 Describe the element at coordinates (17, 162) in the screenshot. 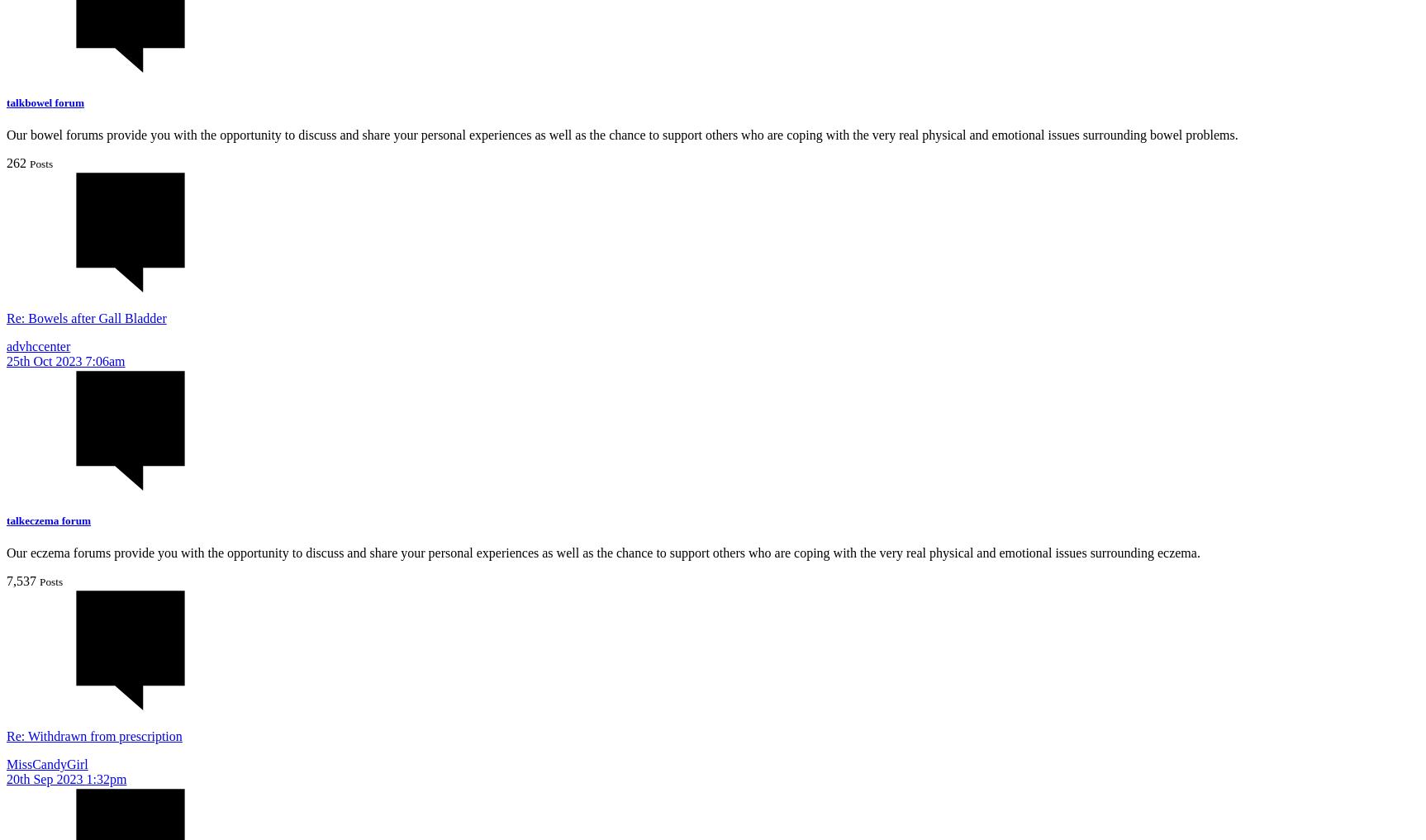

I see `'262'` at that location.